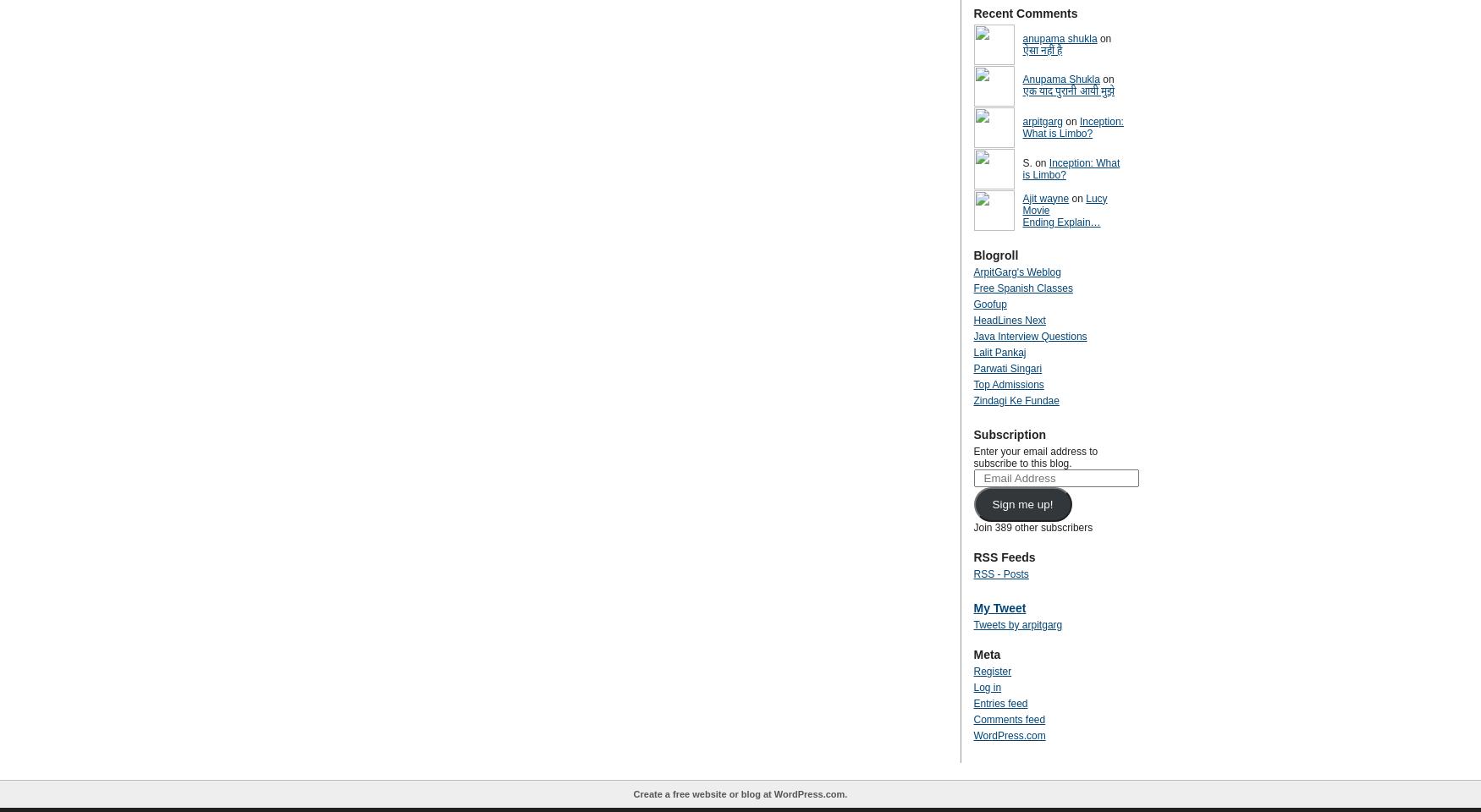 The height and width of the screenshot is (812, 1481). Describe the element at coordinates (1009, 719) in the screenshot. I see `'Comments feed'` at that location.